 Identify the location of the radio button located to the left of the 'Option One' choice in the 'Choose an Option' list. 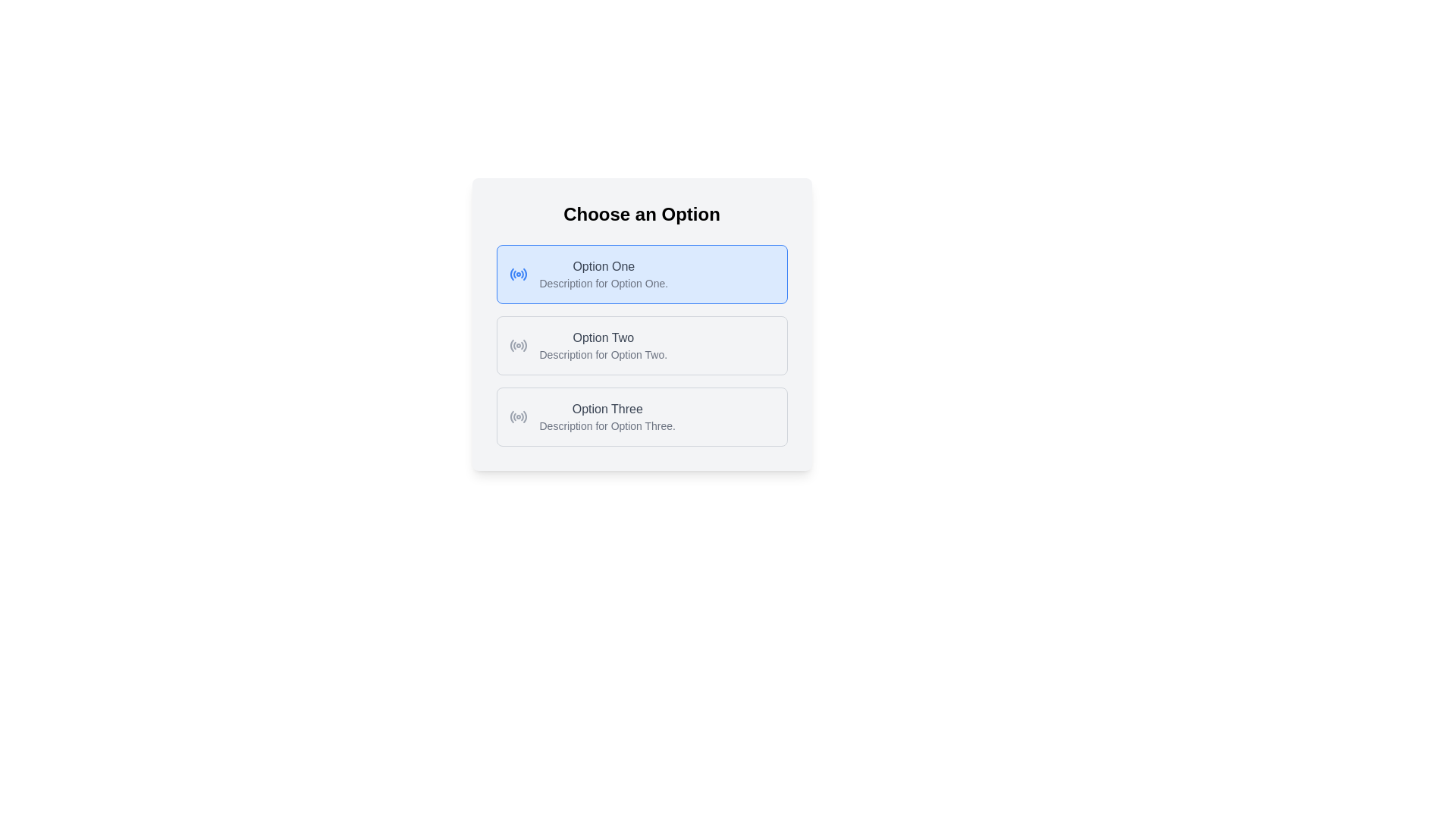
(518, 275).